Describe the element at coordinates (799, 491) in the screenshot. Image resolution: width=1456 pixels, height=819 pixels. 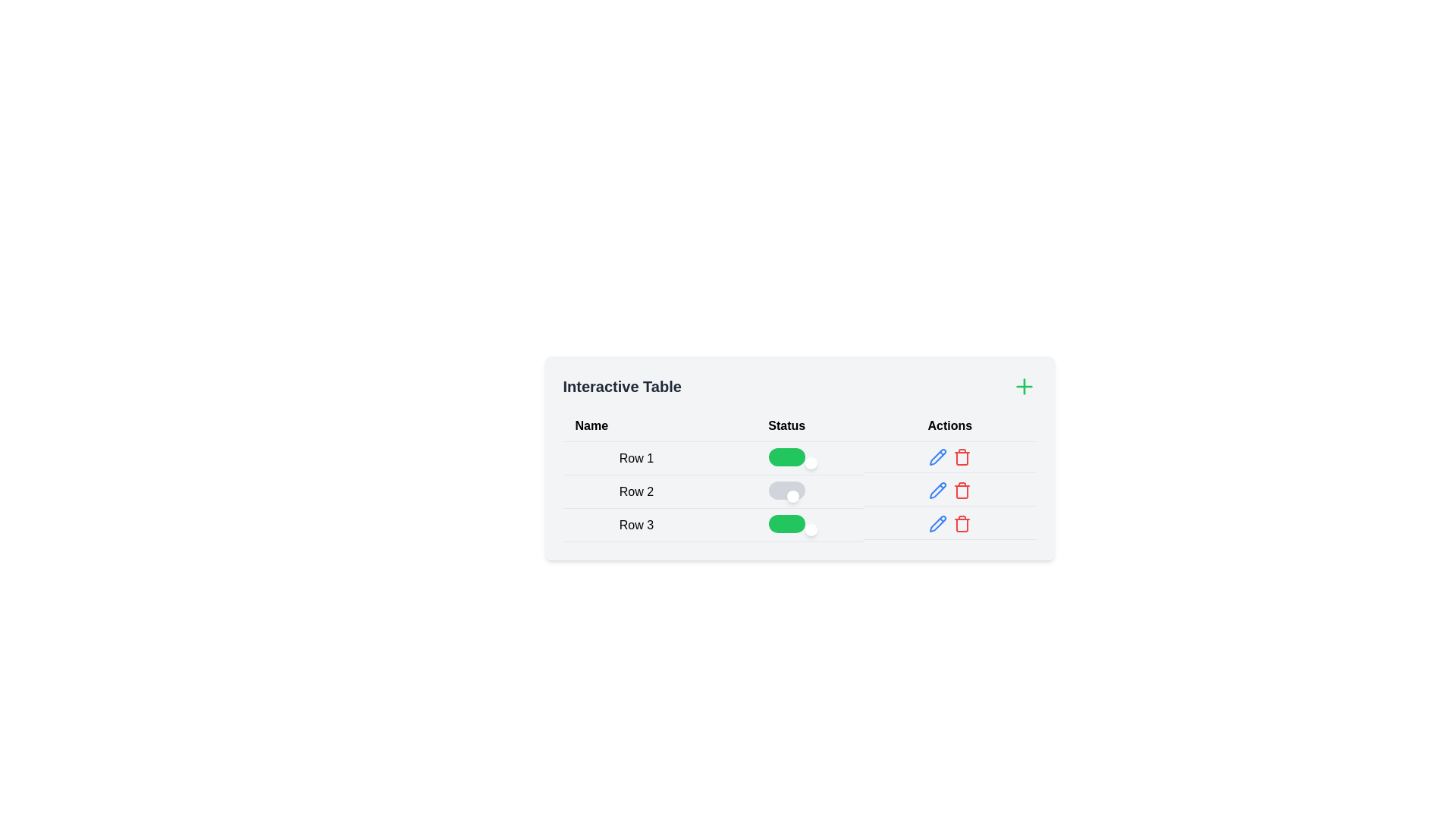
I see `the circle of the toggle switch located in the 'Status' column for 'Row 2'` at that location.